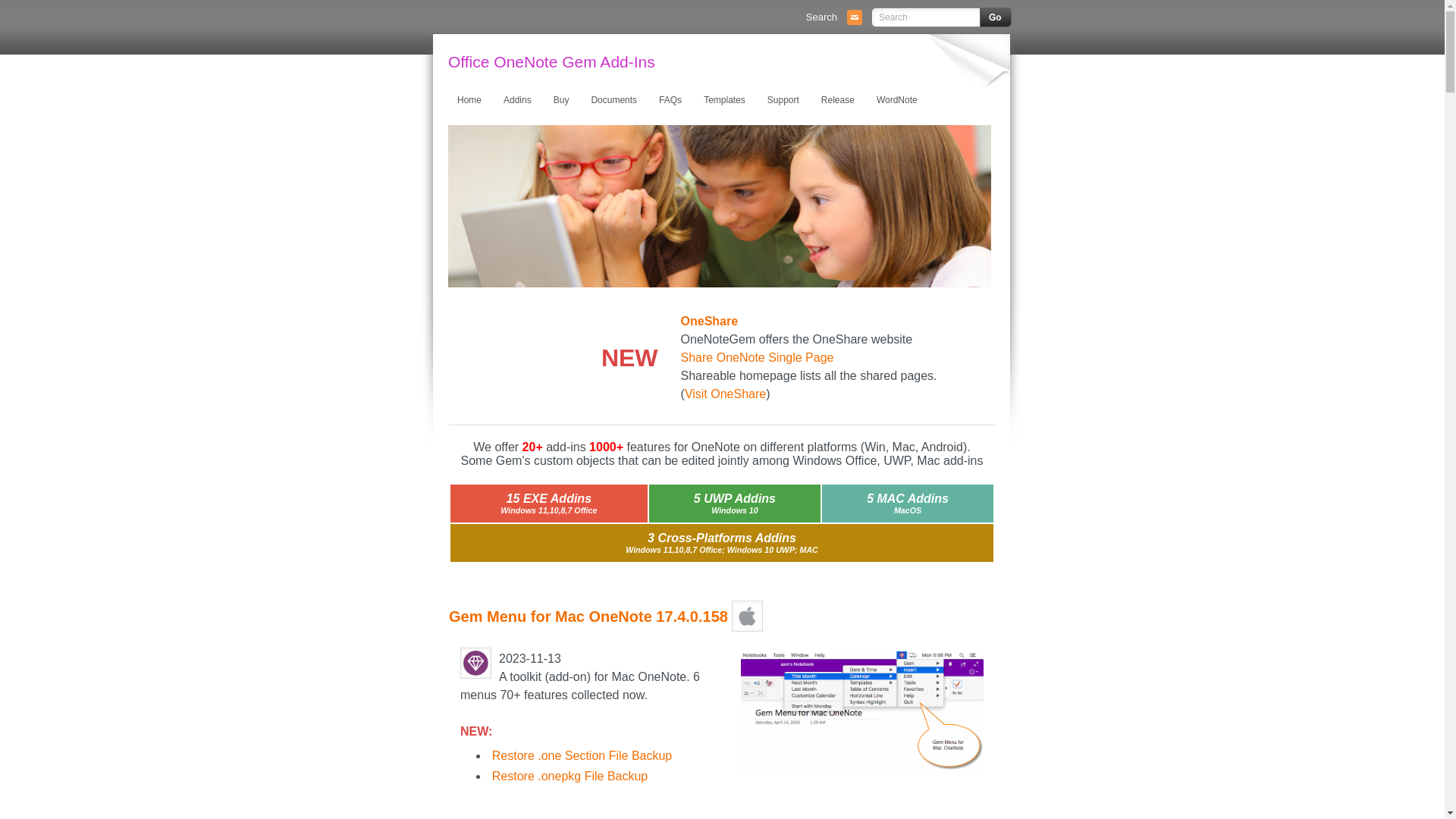 Image resolution: width=1456 pixels, height=819 pixels. Describe the element at coordinates (735, 504) in the screenshot. I see `'5 UWP Addins` at that location.